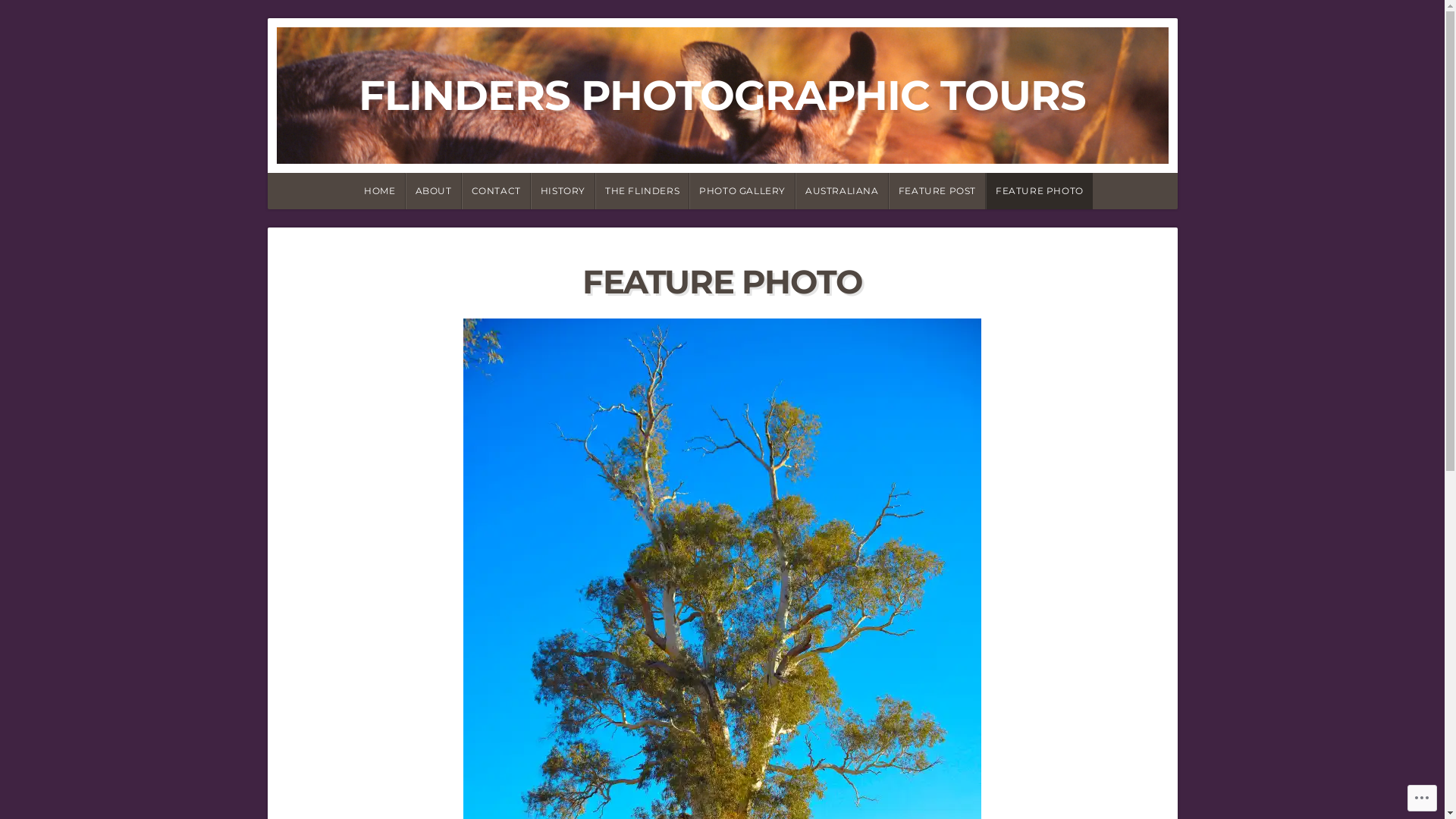 The height and width of the screenshot is (819, 1456). What do you see at coordinates (841, 190) in the screenshot?
I see `'AUSTRALIANA'` at bounding box center [841, 190].